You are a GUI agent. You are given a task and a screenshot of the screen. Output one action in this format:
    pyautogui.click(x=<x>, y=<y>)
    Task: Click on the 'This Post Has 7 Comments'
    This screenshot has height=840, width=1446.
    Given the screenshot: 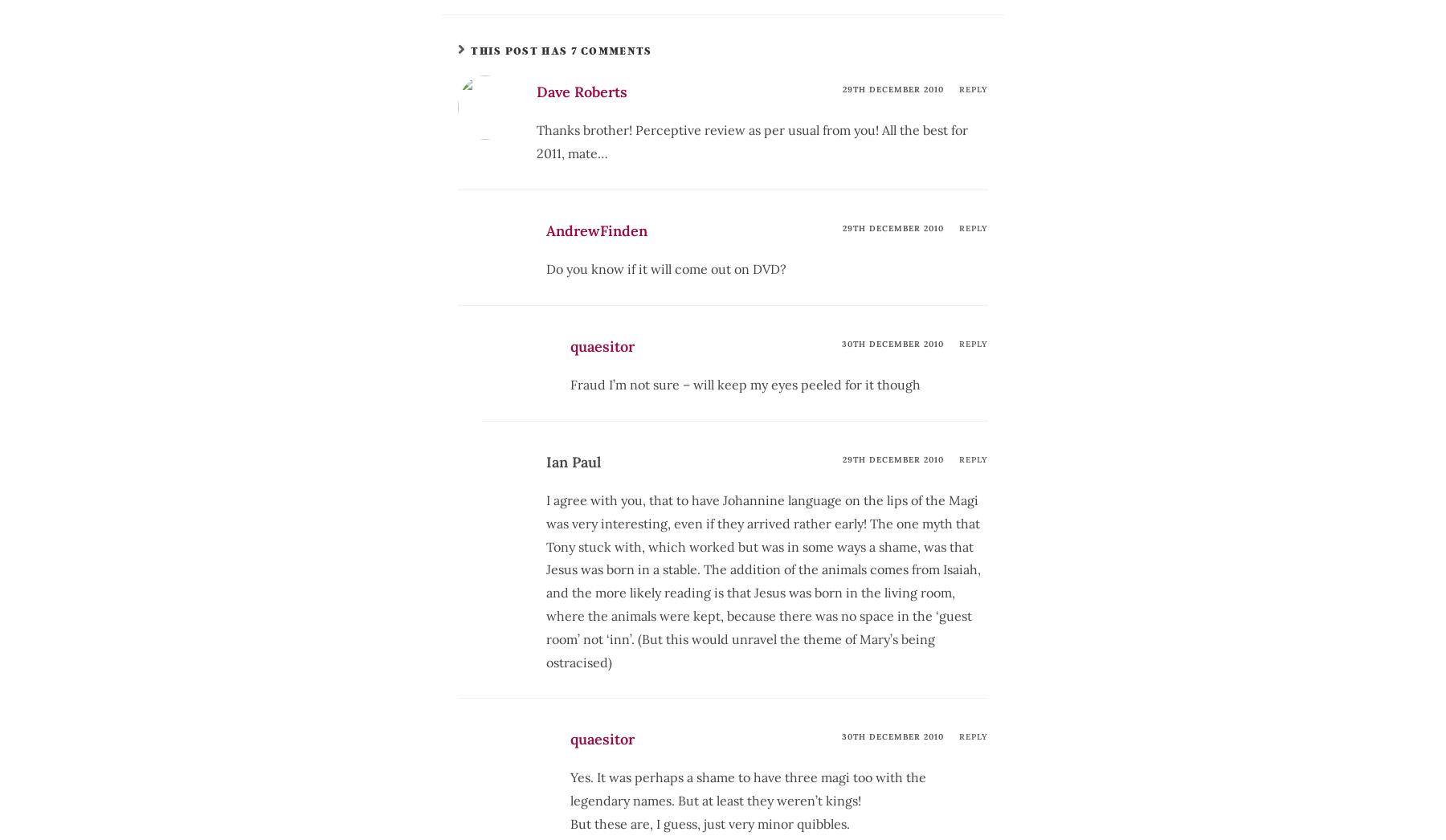 What is the action you would take?
    pyautogui.click(x=560, y=49)
    